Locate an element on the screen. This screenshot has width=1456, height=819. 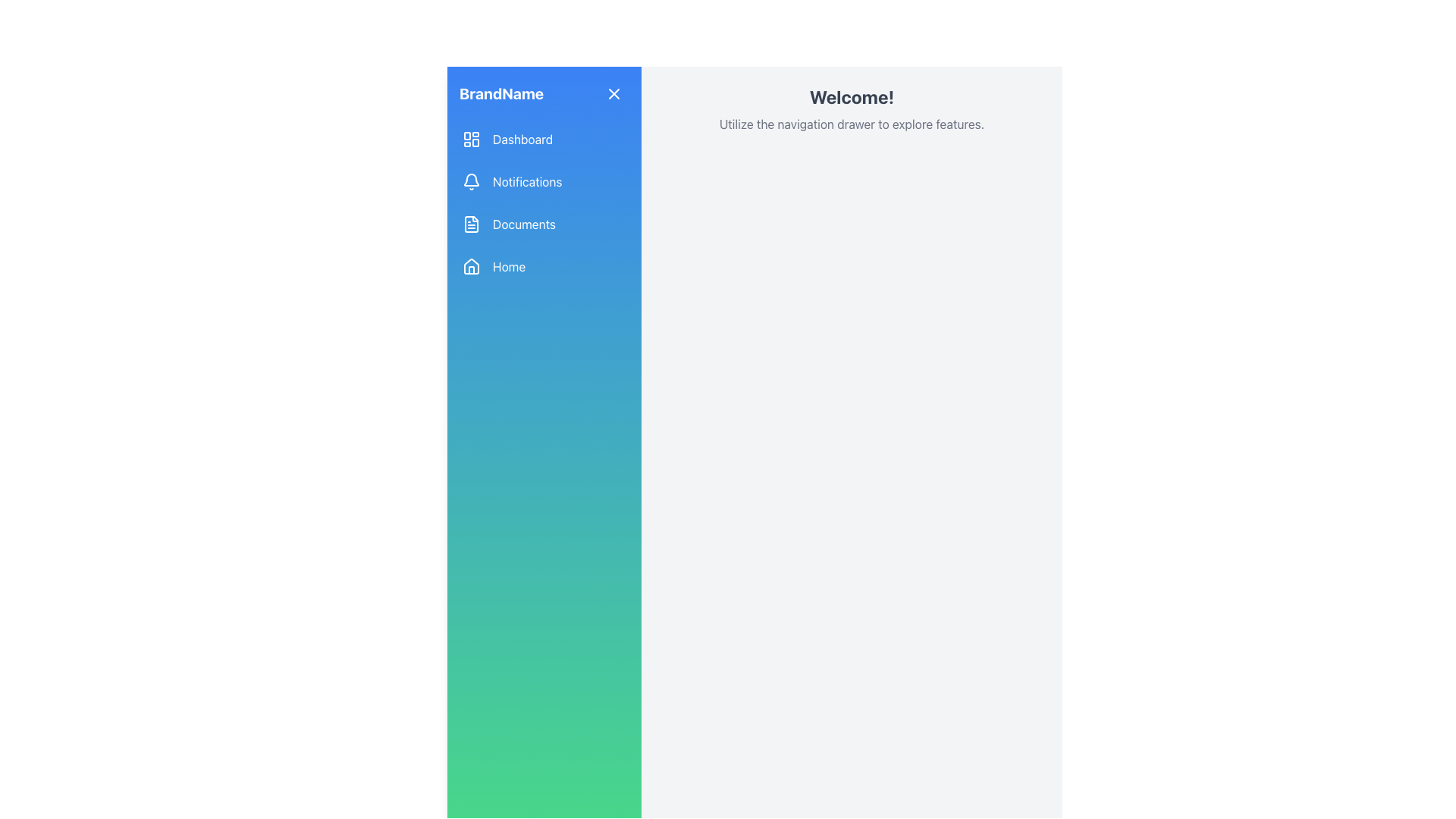
the small rectangular SVG shape with rounded corners that is part of the dashboard icon in the navigation sidebar, aligned vertically with the 'Dashboard' text is located at coordinates (475, 143).